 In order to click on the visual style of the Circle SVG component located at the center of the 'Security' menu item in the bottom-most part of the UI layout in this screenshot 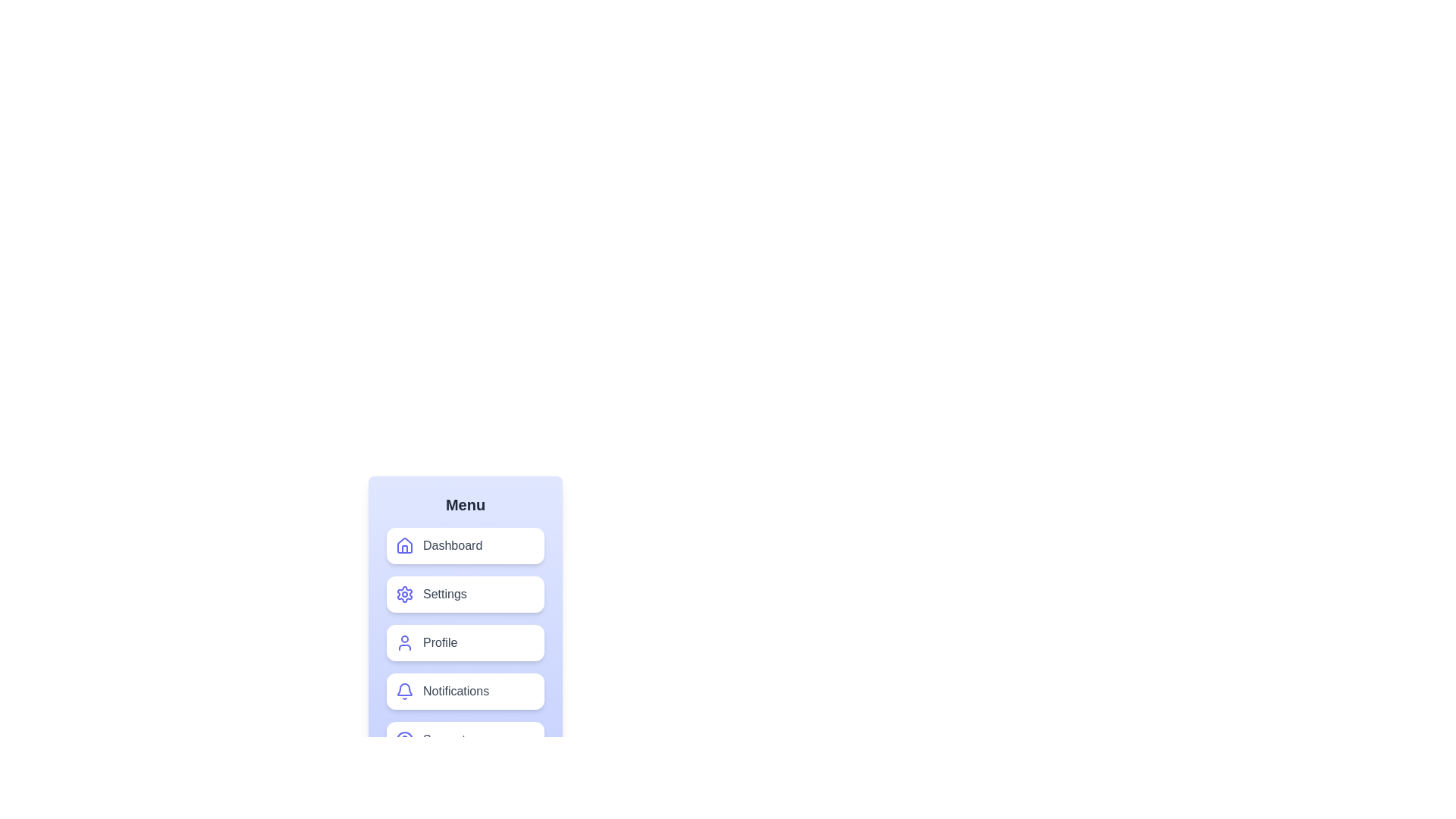, I will do `click(404, 739)`.